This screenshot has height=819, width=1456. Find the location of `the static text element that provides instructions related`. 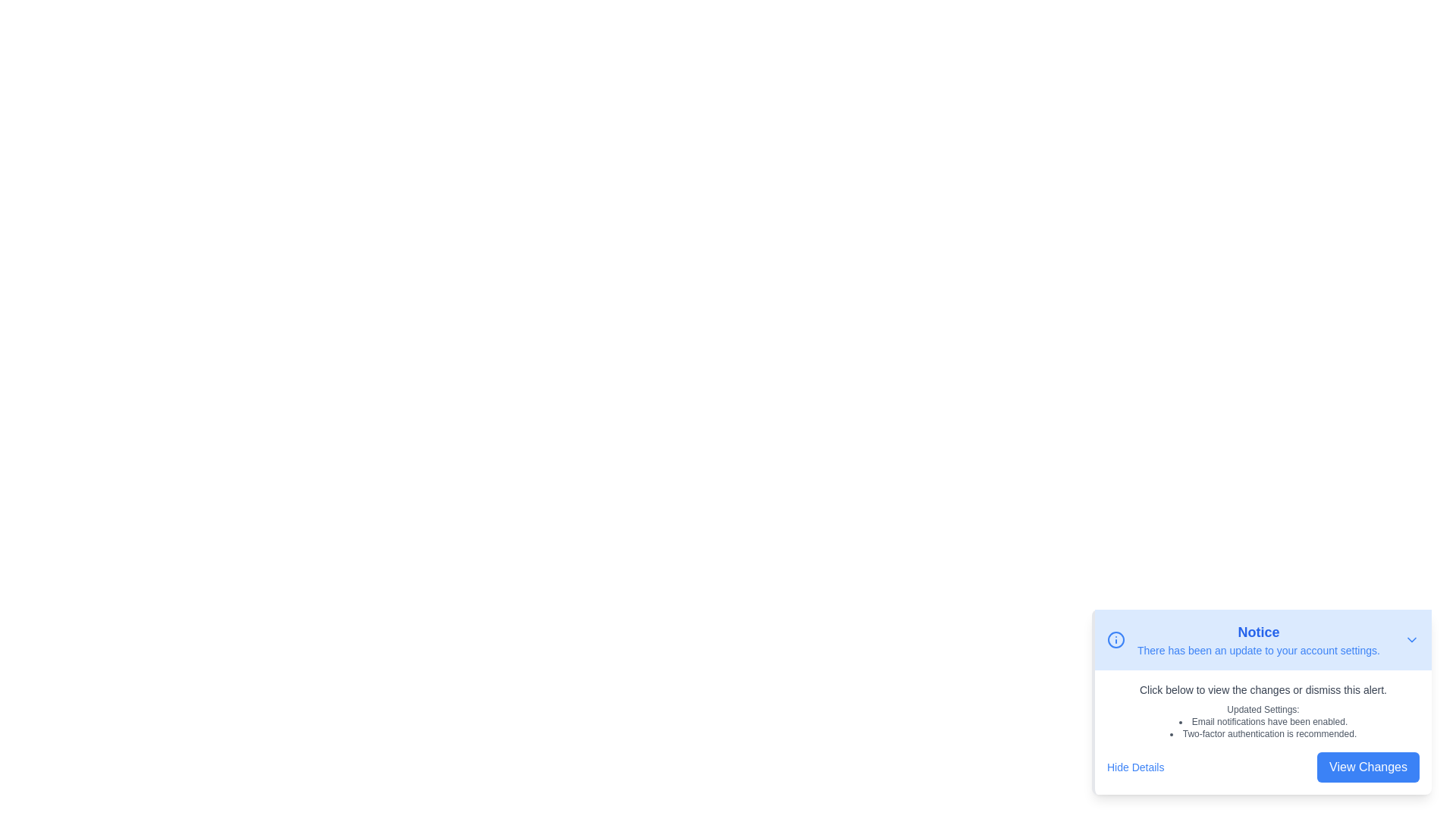

the static text element that provides instructions related is located at coordinates (1263, 690).